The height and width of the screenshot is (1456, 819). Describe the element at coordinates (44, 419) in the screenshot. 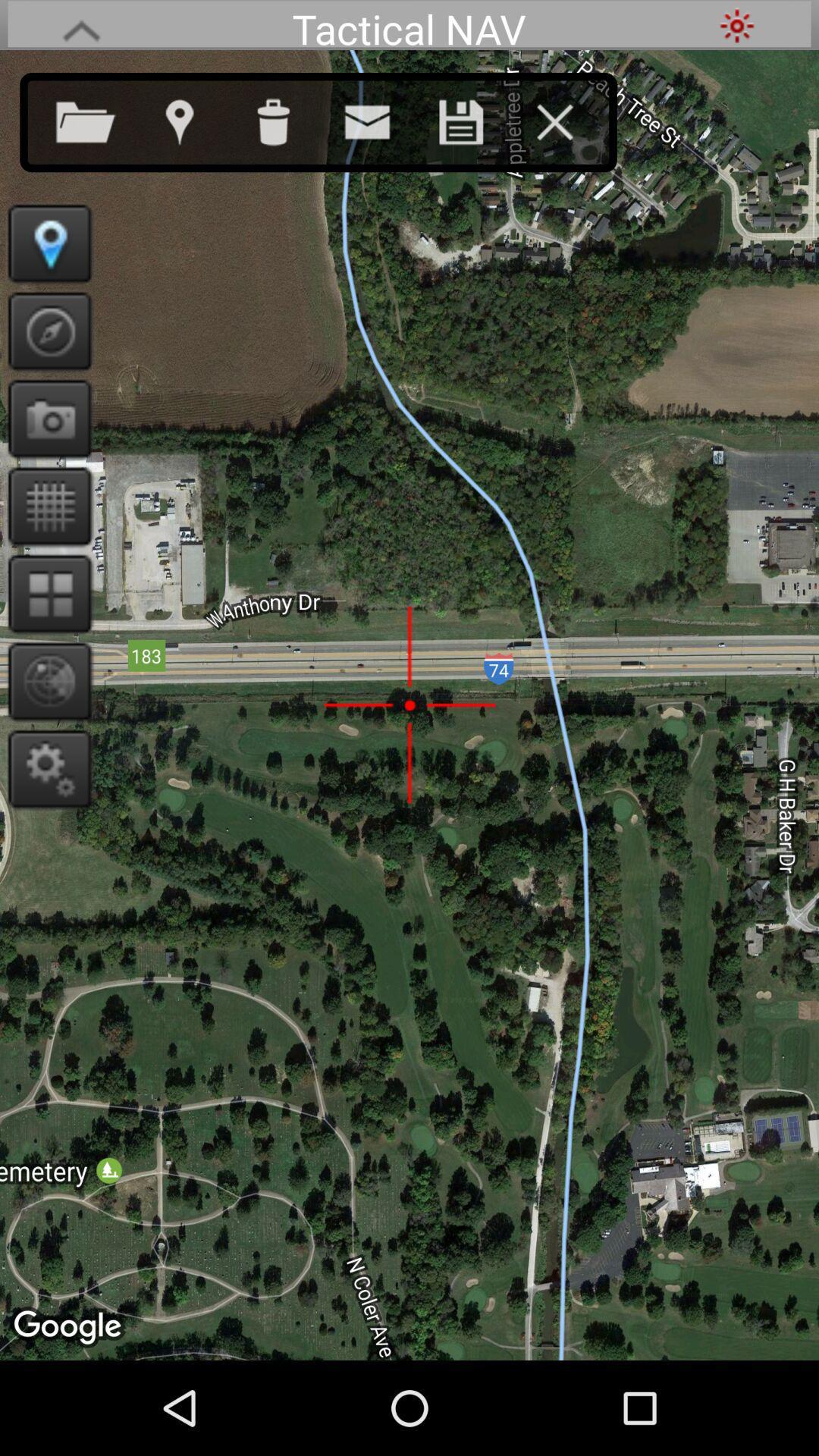

I see `take a picture` at that location.